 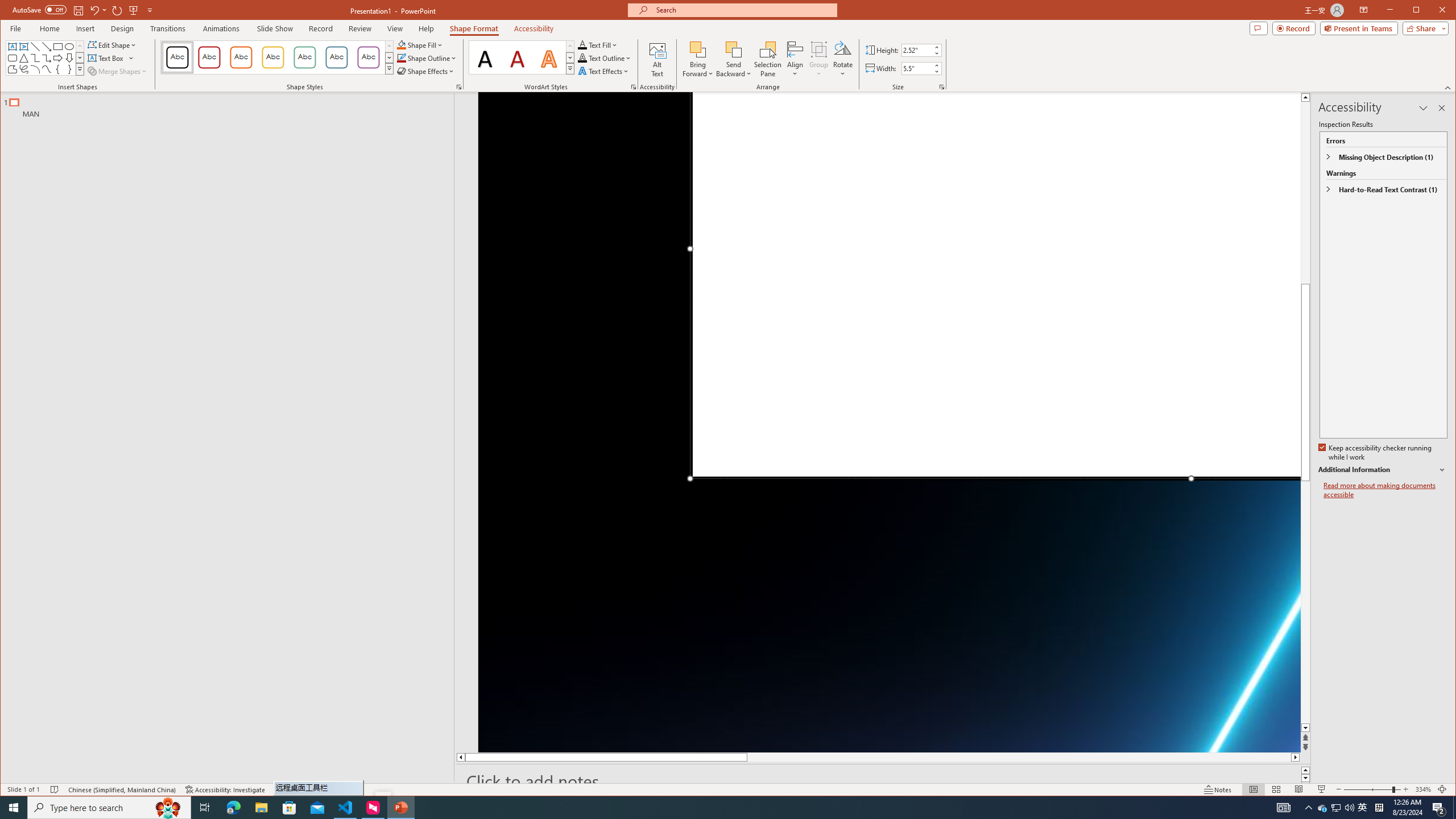 I want to click on 'Zoom 334%', so click(x=1423, y=789).